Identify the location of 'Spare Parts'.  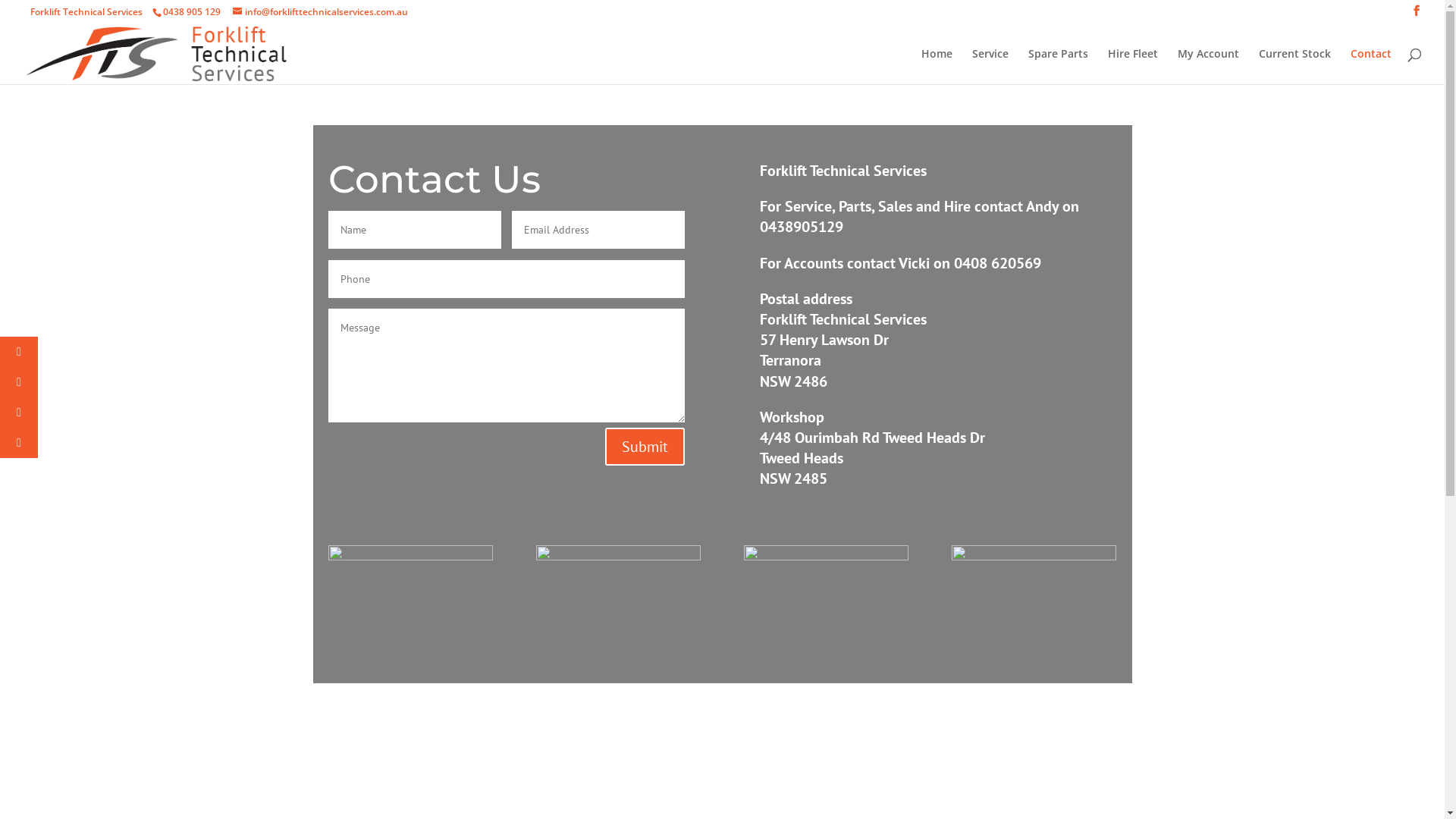
(1057, 65).